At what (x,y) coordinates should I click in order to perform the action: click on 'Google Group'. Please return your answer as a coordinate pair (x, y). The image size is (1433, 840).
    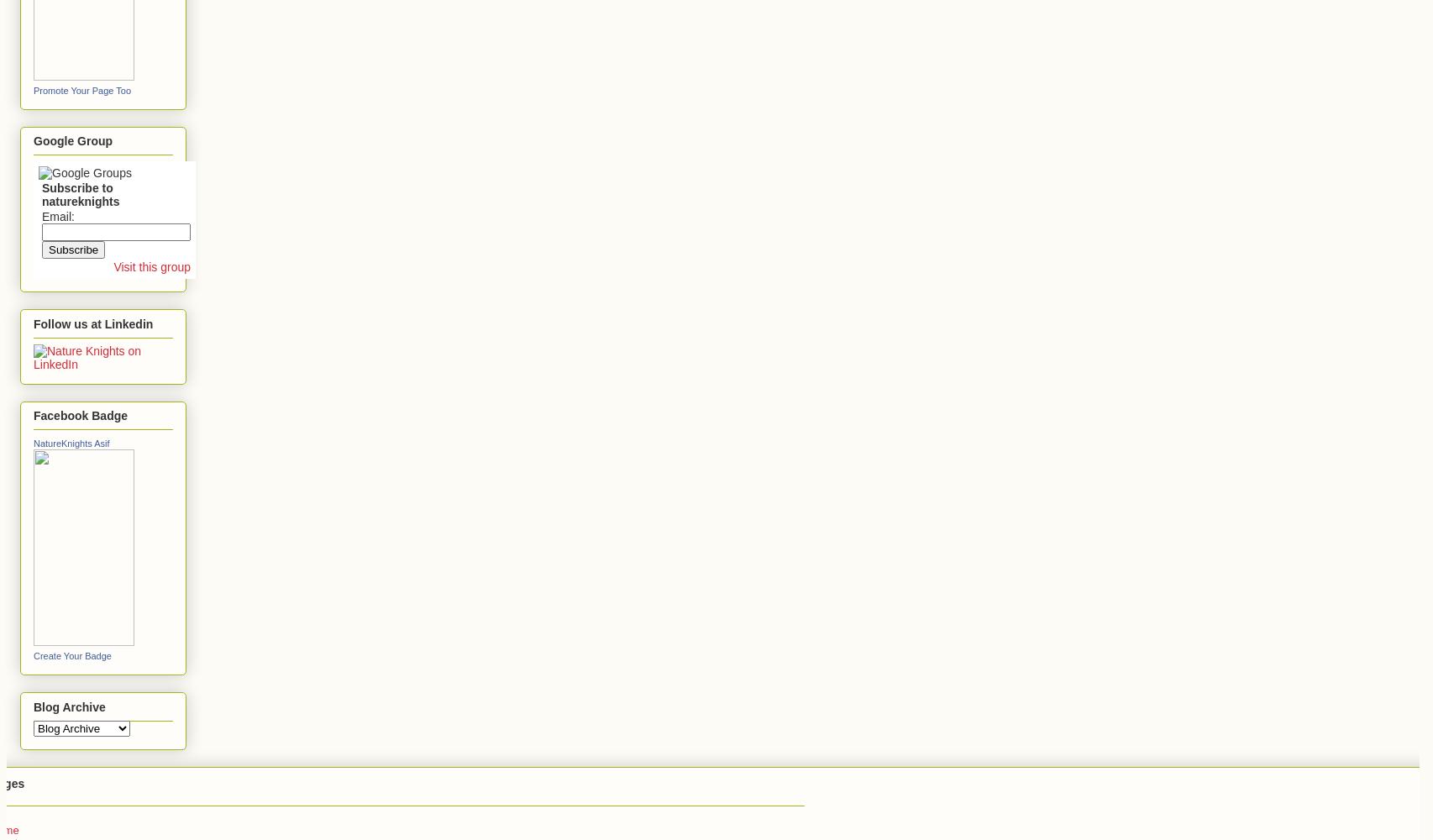
    Looking at the image, I should click on (33, 141).